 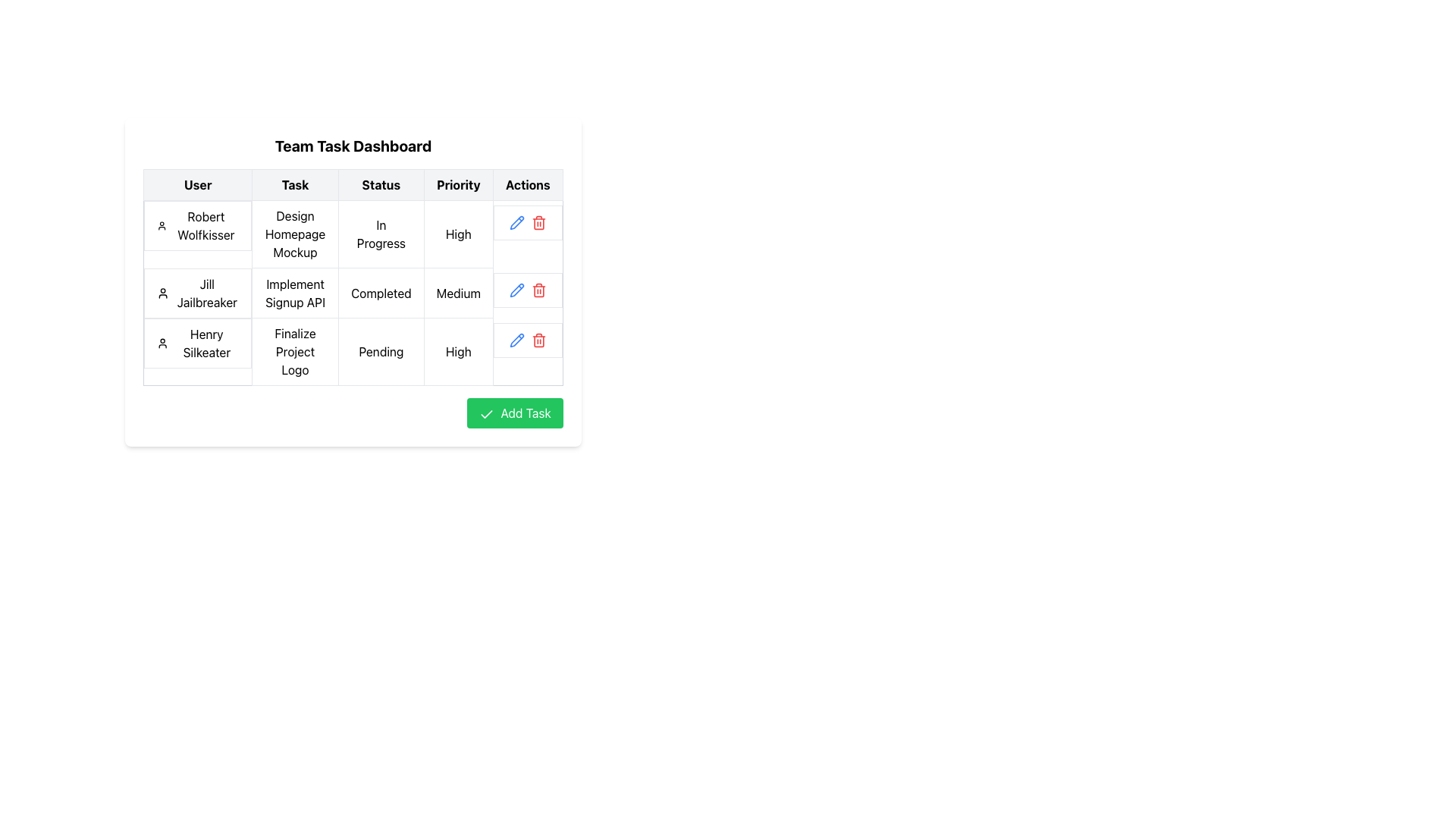 What do you see at coordinates (197, 343) in the screenshot?
I see `the text and icon displaying the user name 'Henry Silkeater' located in the third row and first column of the 'Team Task Dashboard' table` at bounding box center [197, 343].